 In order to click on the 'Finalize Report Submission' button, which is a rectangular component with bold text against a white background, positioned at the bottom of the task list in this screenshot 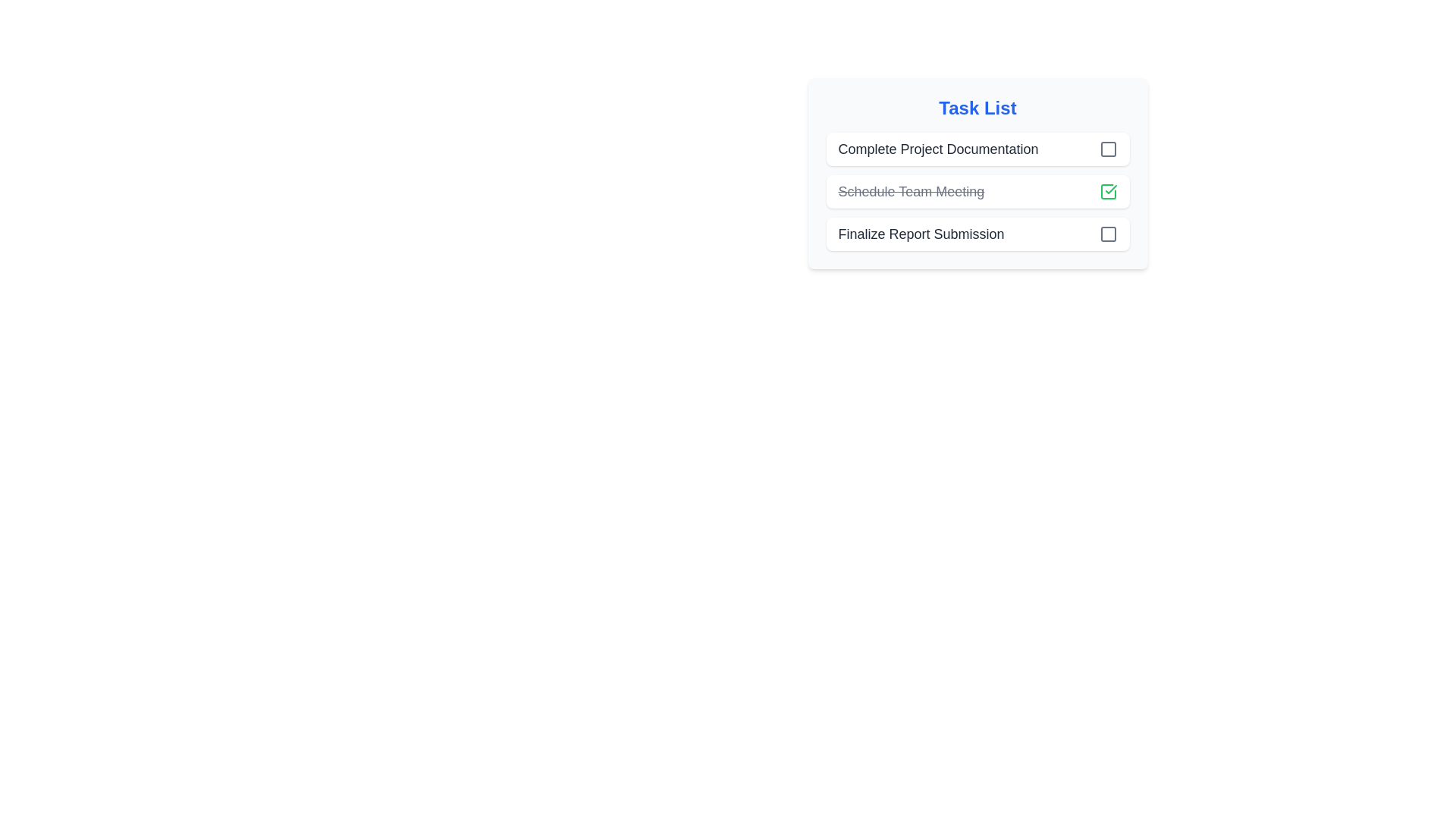, I will do `click(977, 234)`.